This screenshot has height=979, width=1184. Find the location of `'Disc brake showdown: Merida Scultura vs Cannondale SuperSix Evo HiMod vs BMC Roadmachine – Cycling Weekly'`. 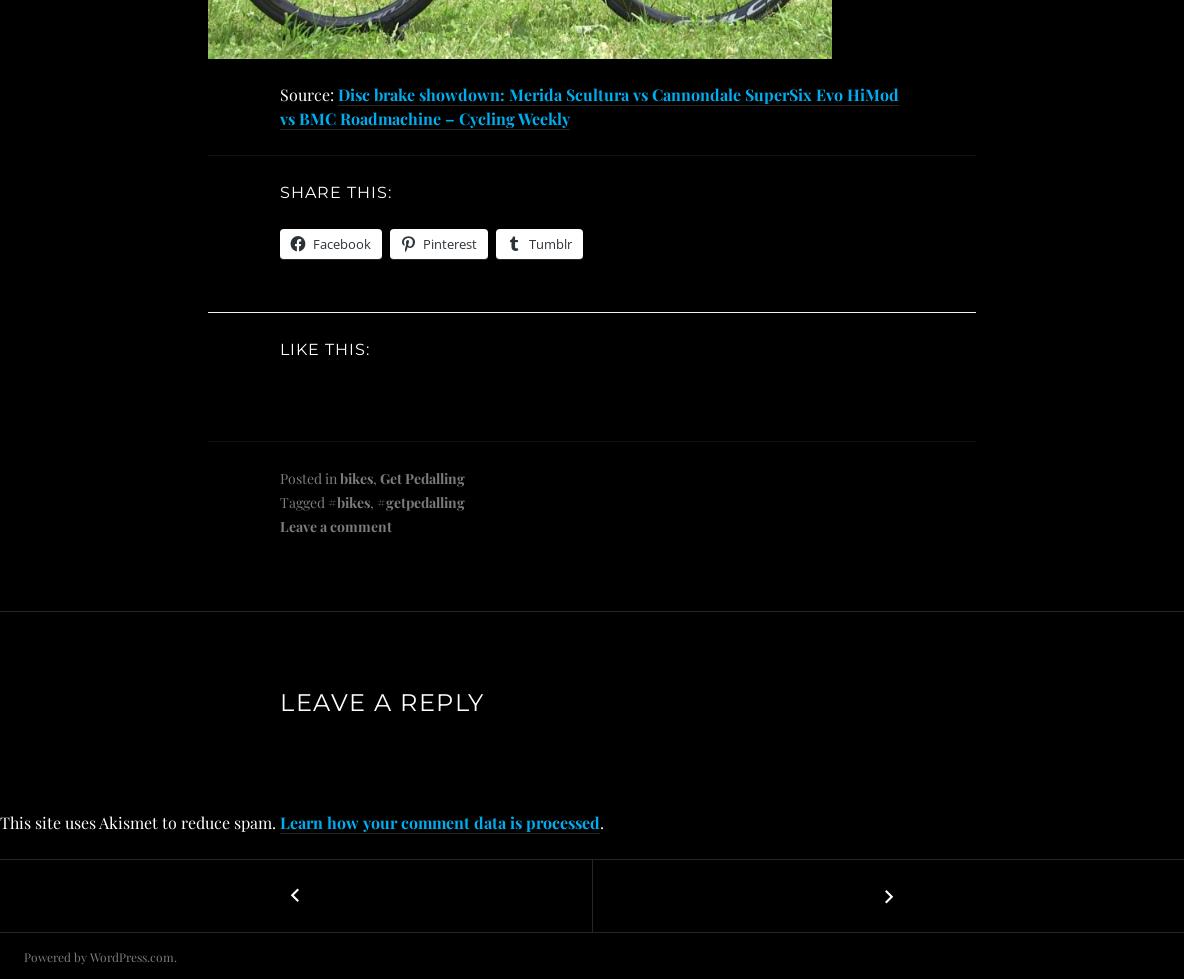

'Disc brake showdown: Merida Scultura vs Cannondale SuperSix Evo HiMod vs BMC Roadmachine – Cycling Weekly' is located at coordinates (589, 106).